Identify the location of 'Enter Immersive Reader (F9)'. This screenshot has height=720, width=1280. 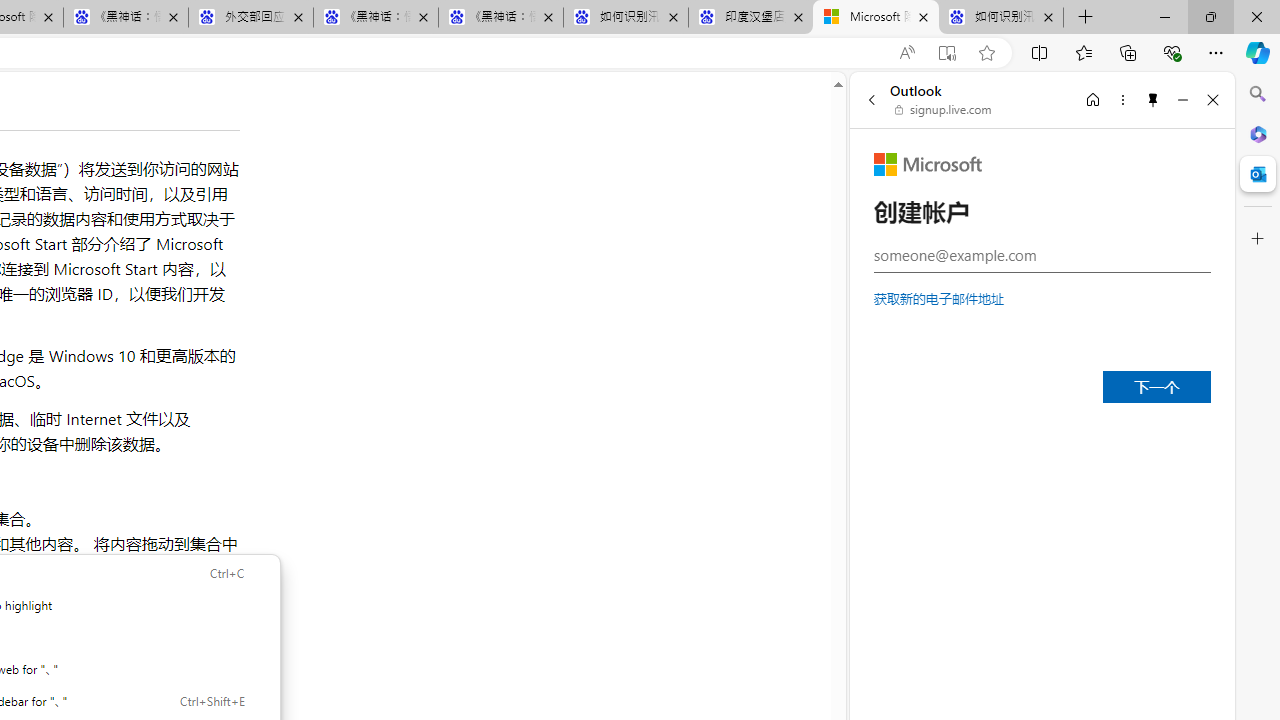
(945, 52).